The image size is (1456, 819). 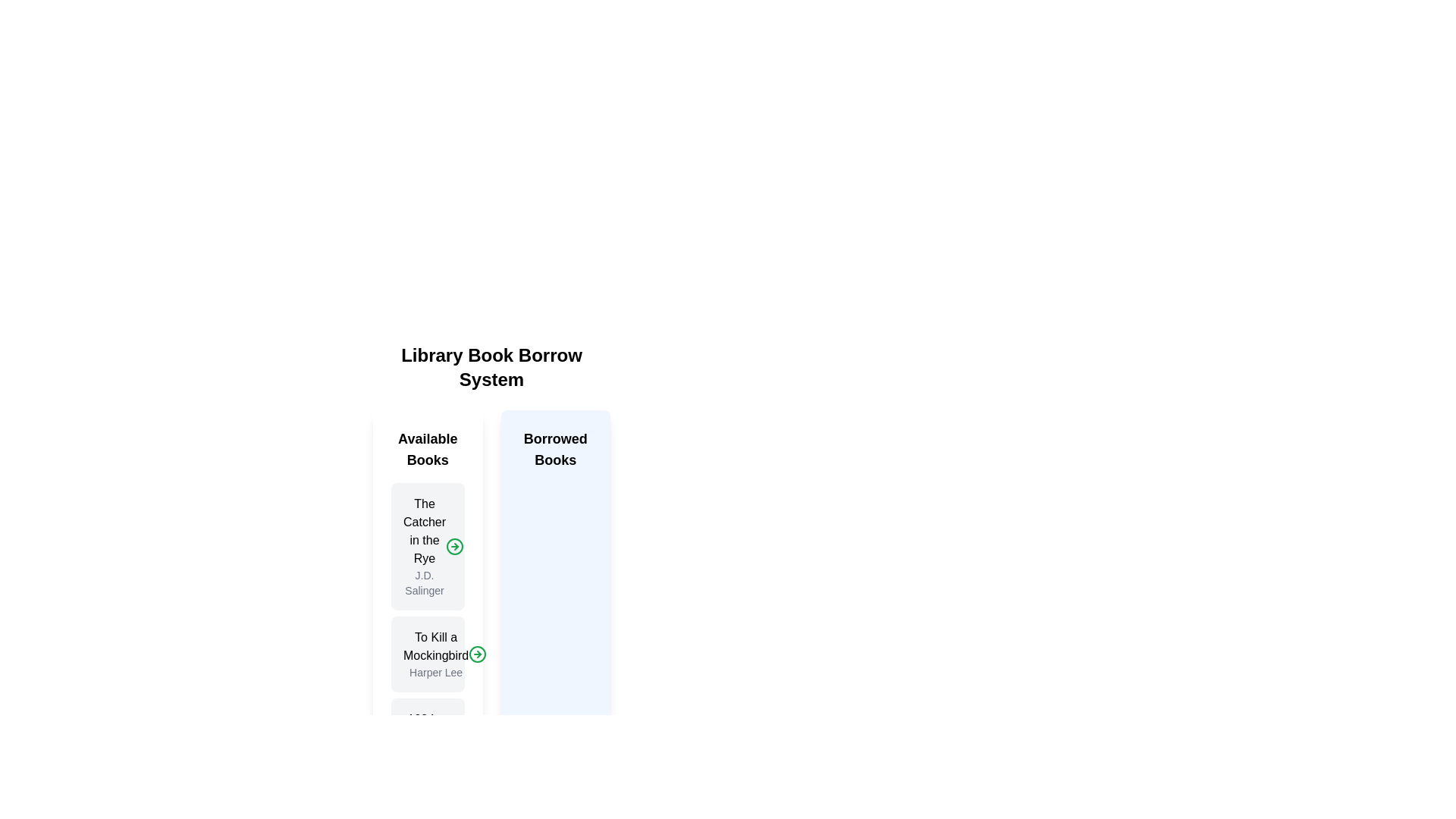 I want to click on the top list item in the 'Available Books' section that displays 'The Catcher in the Rye' by J.D. Salinger, so click(x=427, y=547).